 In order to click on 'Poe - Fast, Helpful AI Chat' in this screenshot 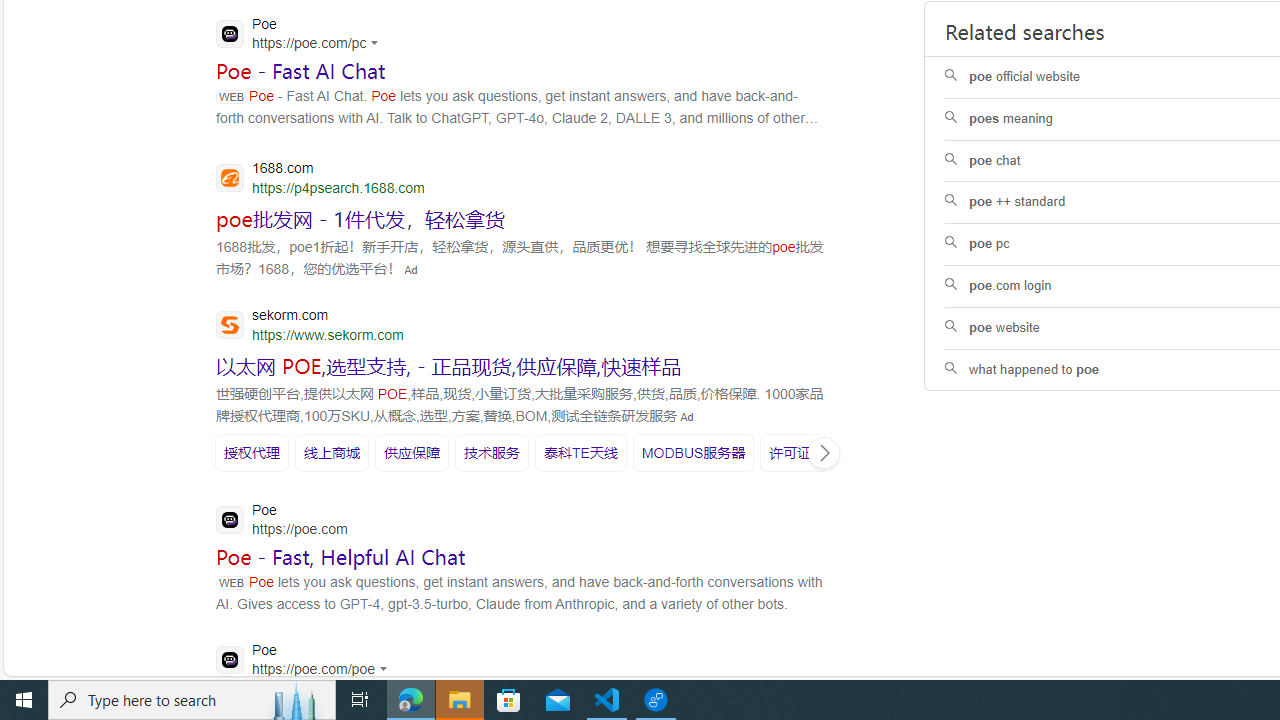, I will do `click(341, 557)`.